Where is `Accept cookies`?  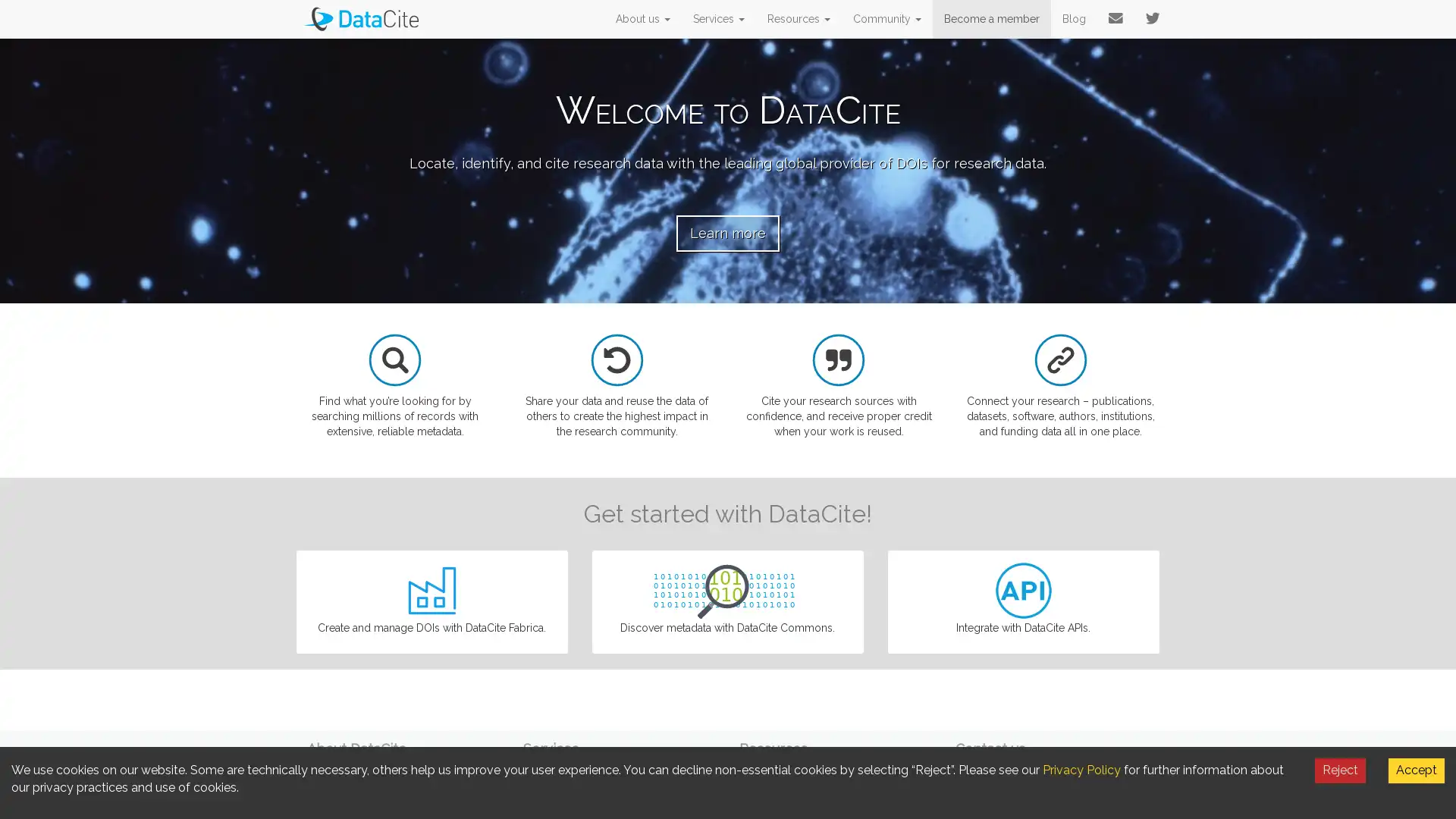
Accept cookies is located at coordinates (1415, 770).